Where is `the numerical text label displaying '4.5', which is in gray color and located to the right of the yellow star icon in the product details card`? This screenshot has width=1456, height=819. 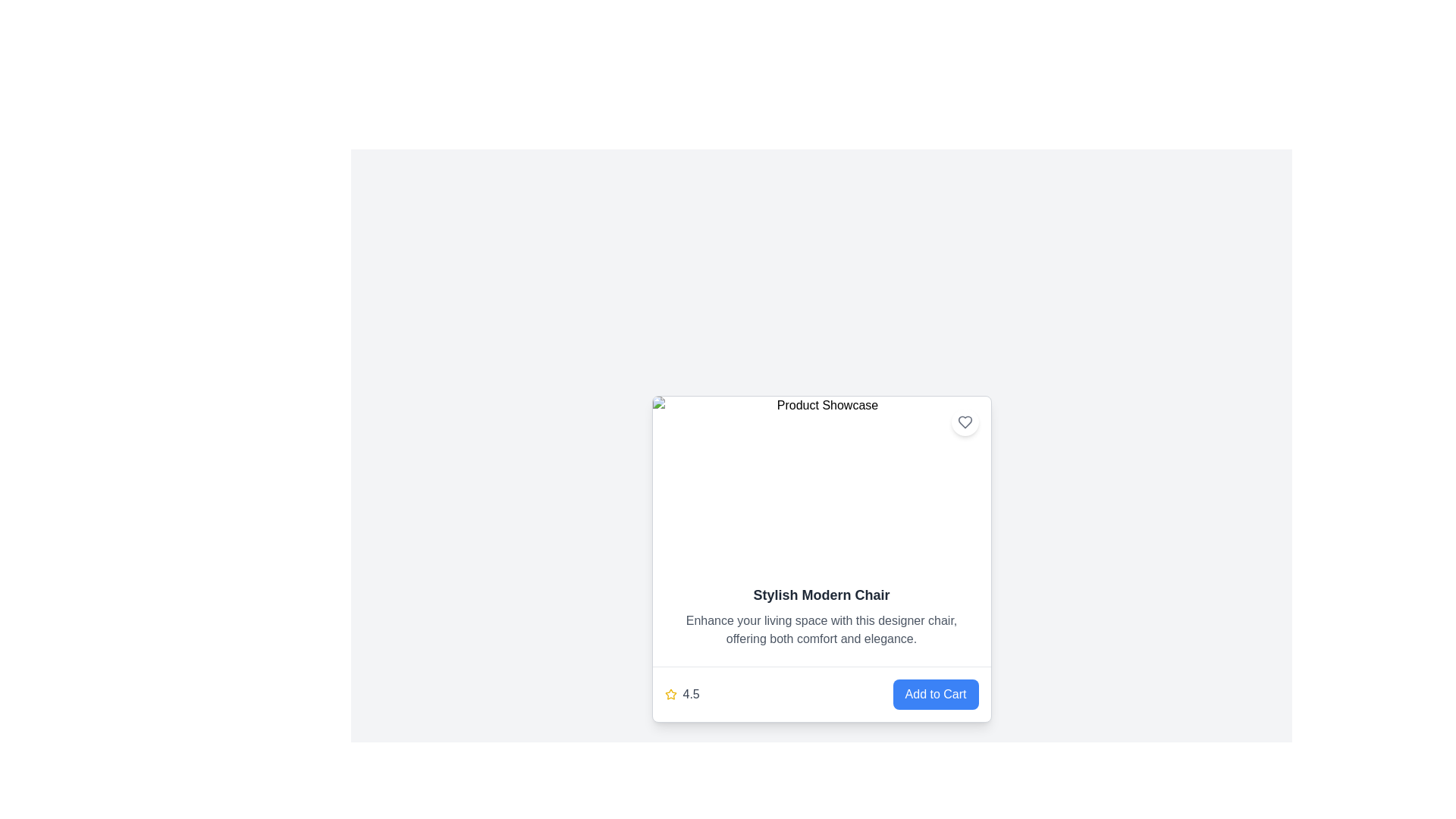 the numerical text label displaying '4.5', which is in gray color and located to the right of the yellow star icon in the product details card is located at coordinates (690, 694).